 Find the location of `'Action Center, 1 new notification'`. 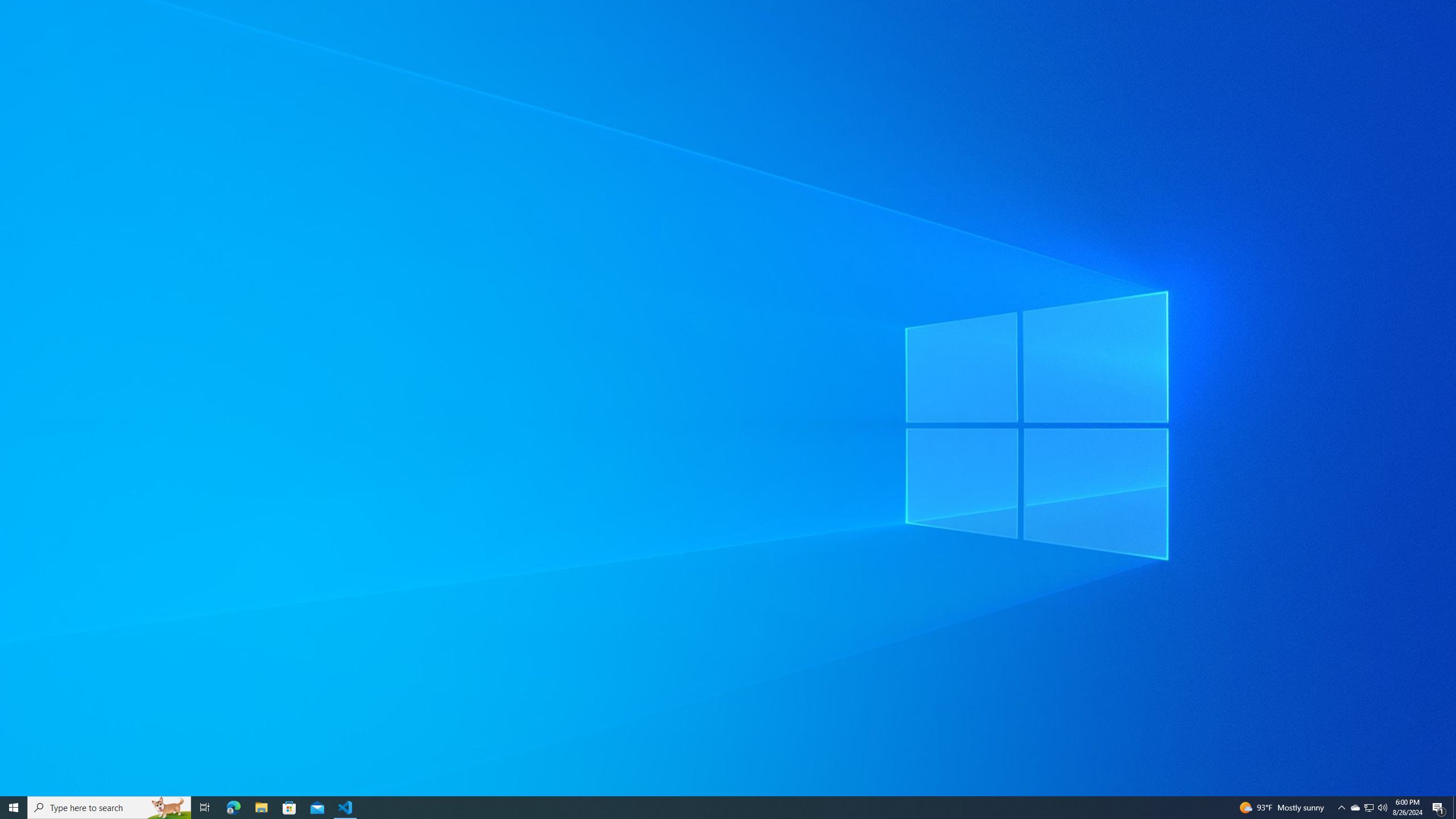

'Action Center, 1 new notification' is located at coordinates (1439, 806).